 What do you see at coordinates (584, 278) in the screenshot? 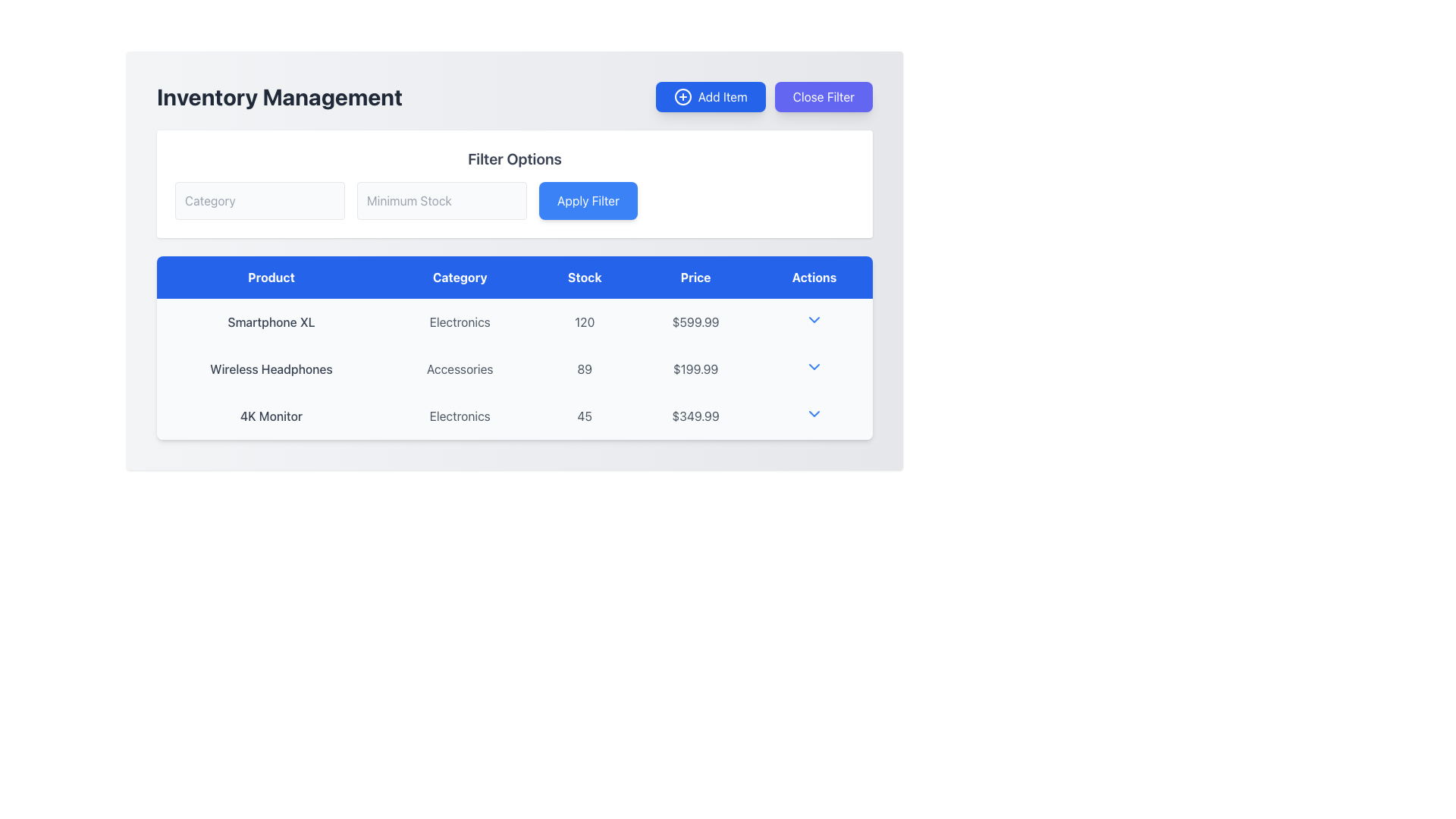
I see `the 'Stock' column header in the table, which is located in the third column between 'Category' and 'Price'` at bounding box center [584, 278].